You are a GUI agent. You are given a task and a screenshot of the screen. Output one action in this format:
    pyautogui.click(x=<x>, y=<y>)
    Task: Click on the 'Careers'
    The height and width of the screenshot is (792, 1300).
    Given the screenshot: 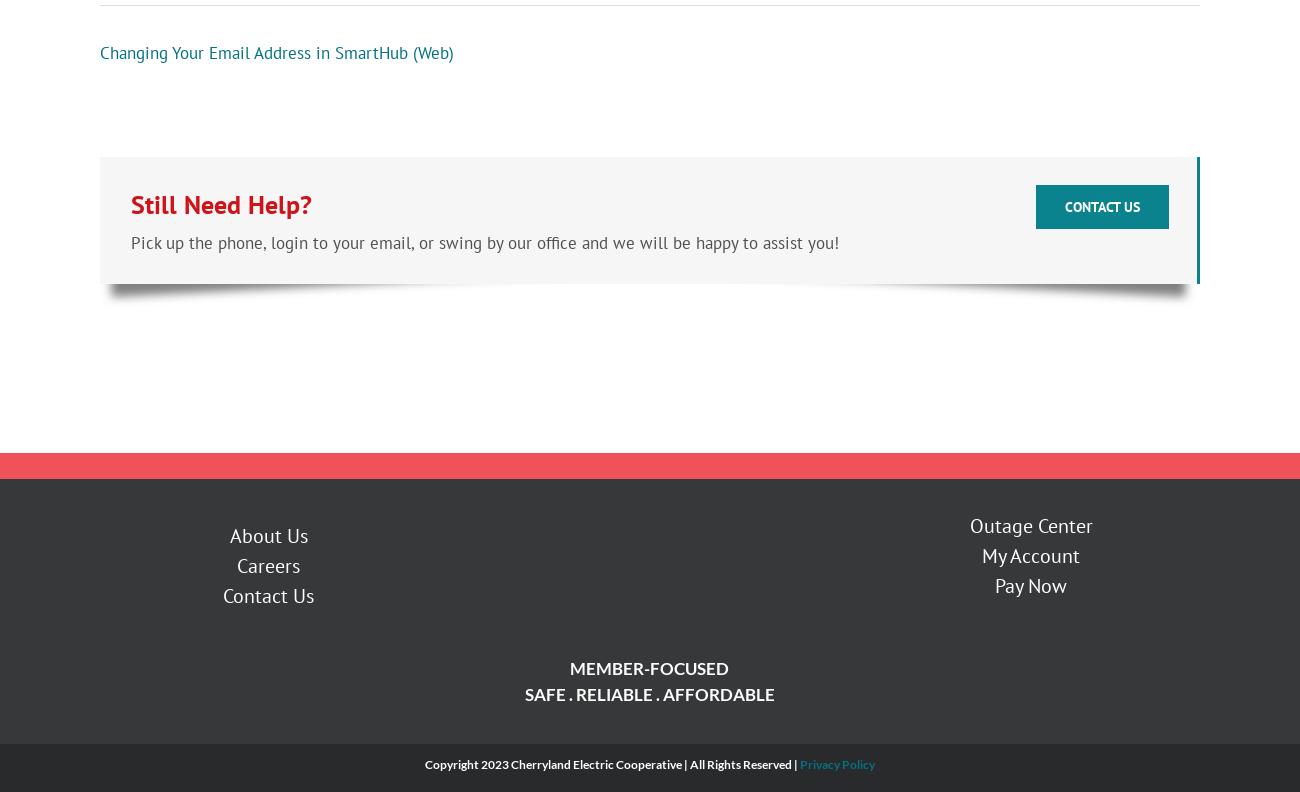 What is the action you would take?
    pyautogui.click(x=235, y=568)
    